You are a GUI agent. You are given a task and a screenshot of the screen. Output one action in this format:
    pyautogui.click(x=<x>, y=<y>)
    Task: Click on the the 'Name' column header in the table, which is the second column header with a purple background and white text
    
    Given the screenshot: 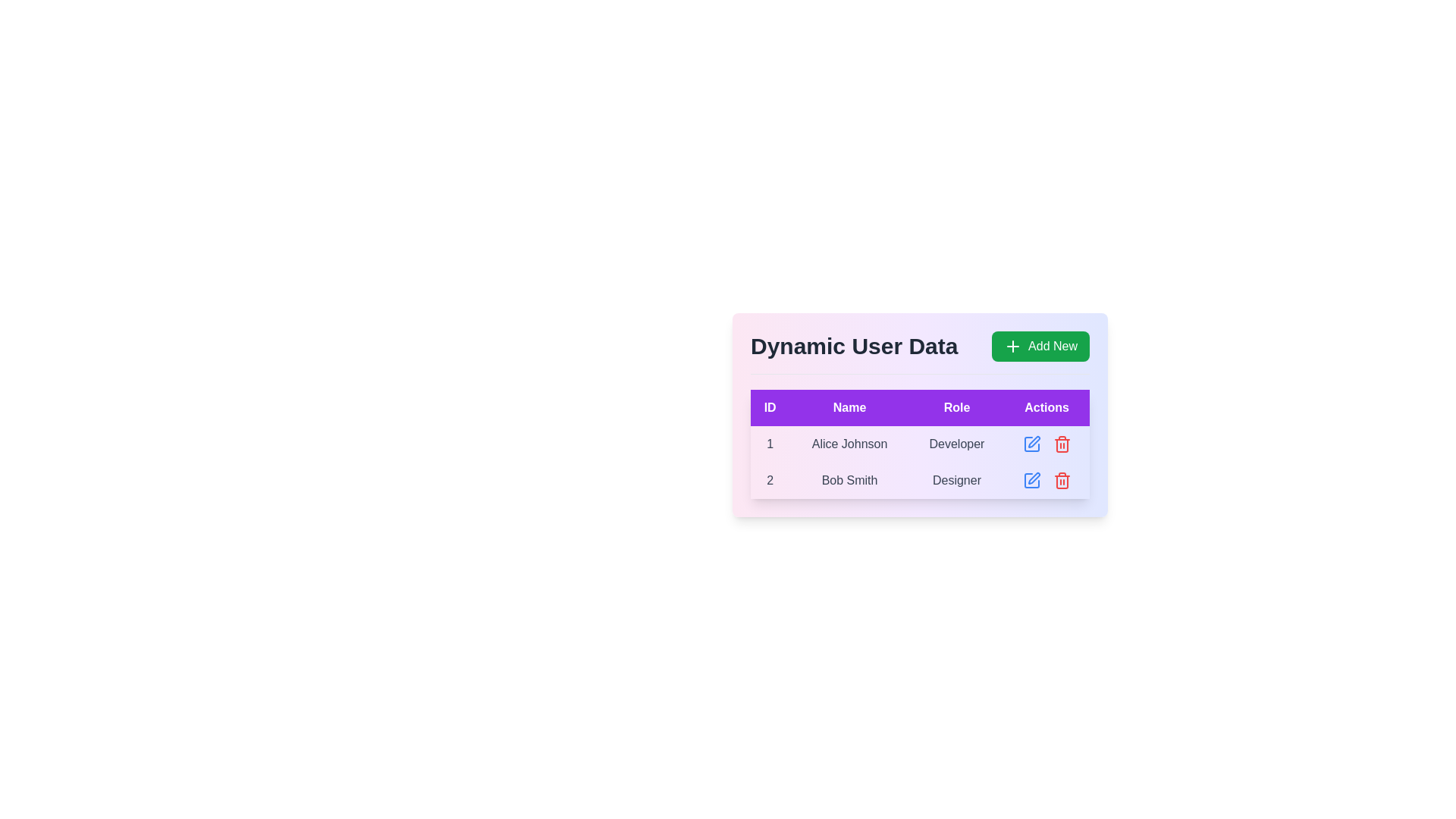 What is the action you would take?
    pyautogui.click(x=849, y=406)
    